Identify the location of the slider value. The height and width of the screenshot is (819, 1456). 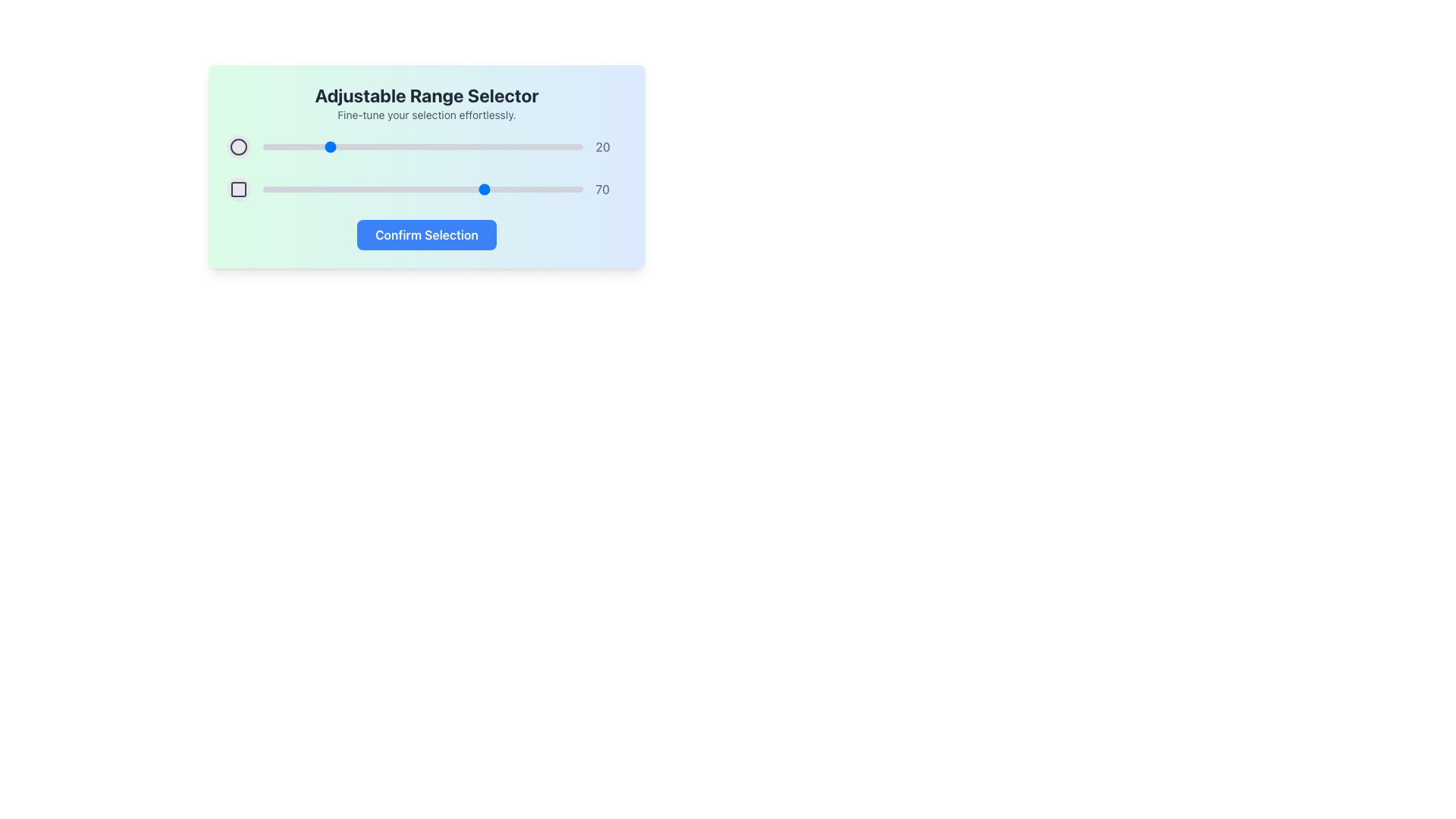
(342, 189).